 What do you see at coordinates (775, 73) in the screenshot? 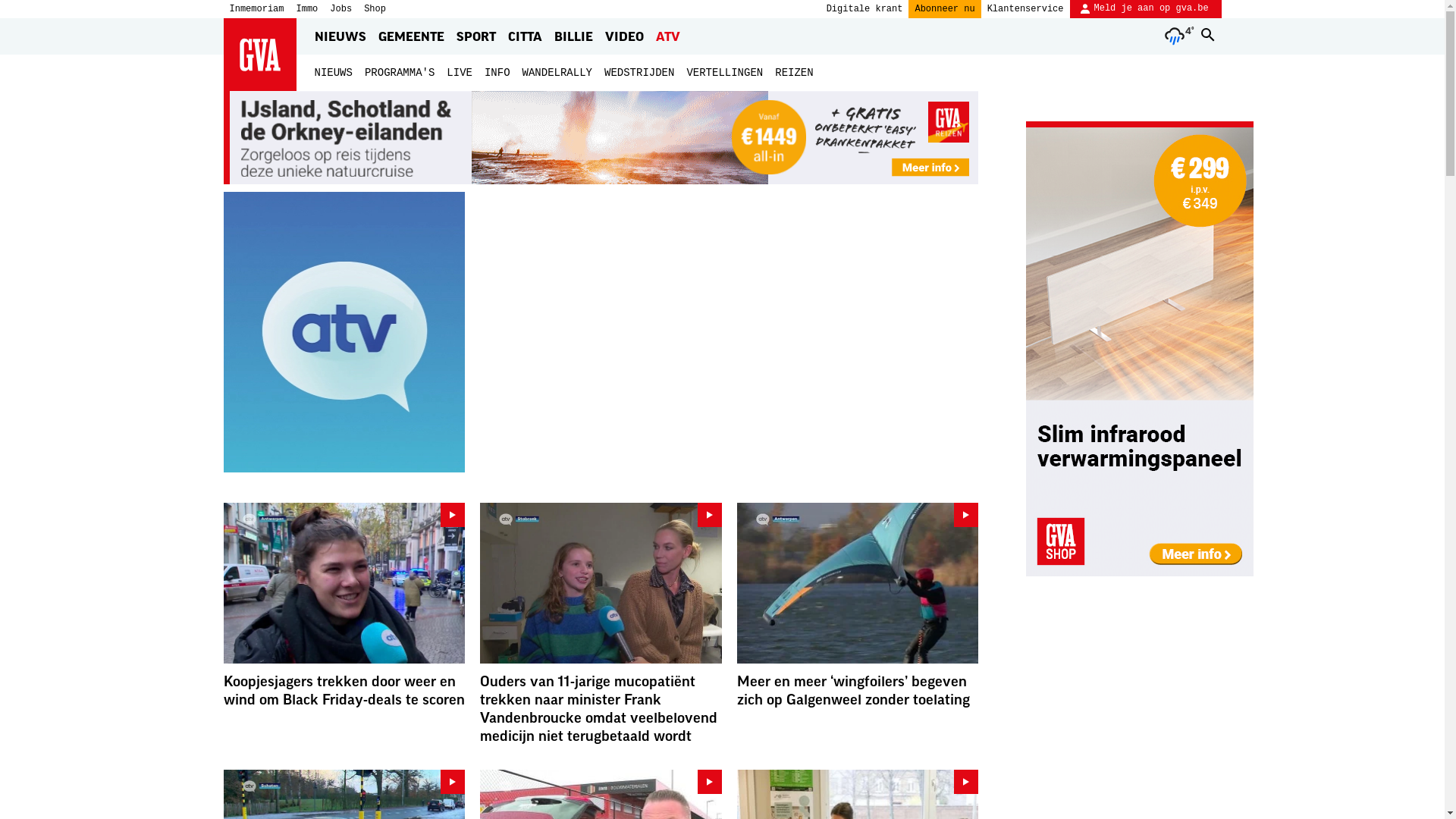
I see `'REIZEN'` at bounding box center [775, 73].